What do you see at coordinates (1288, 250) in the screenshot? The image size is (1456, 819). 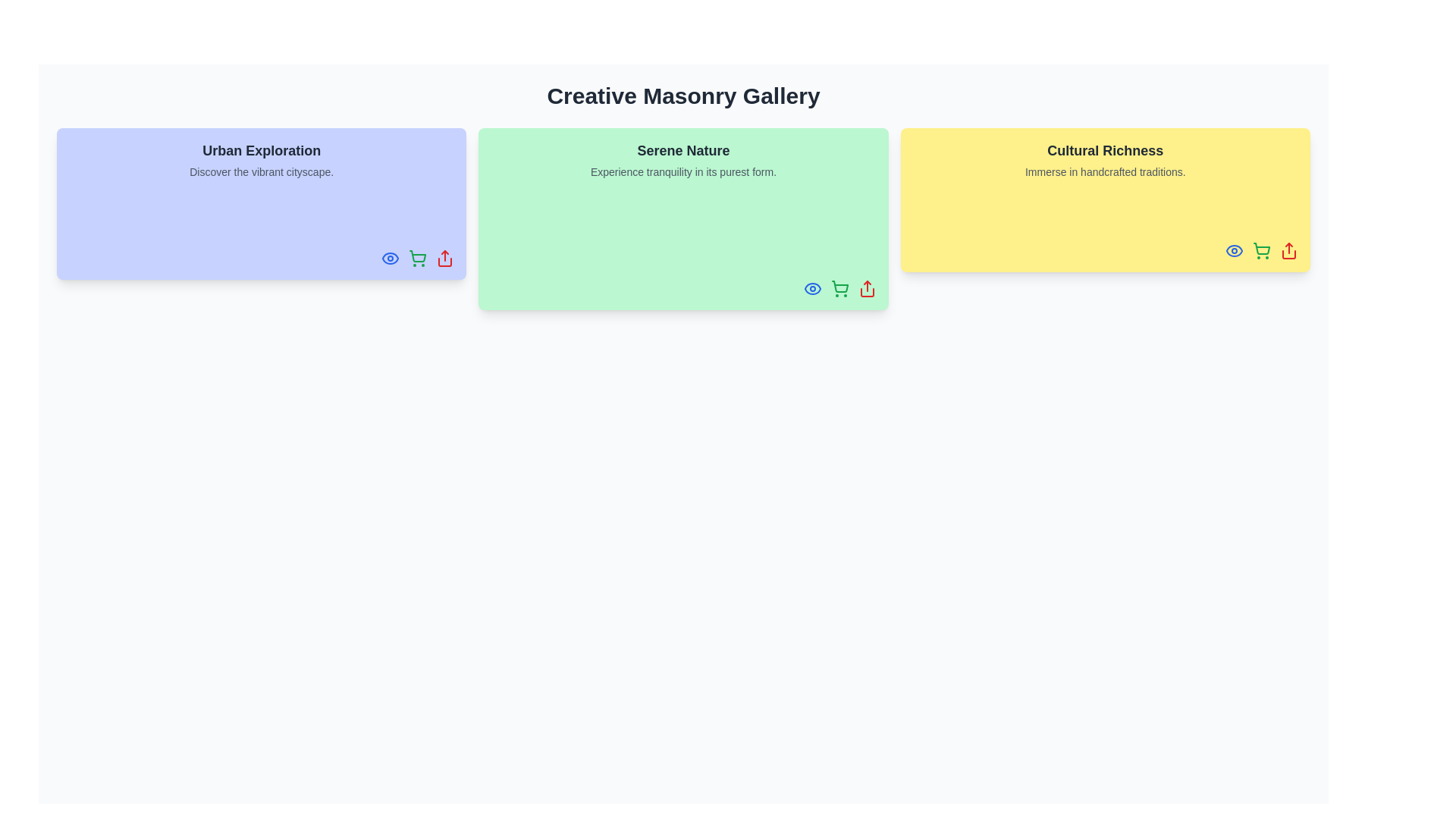 I see `the red 'share' button with an upward arrow at the bottom-right of the 'Cultural Richness' section` at bounding box center [1288, 250].